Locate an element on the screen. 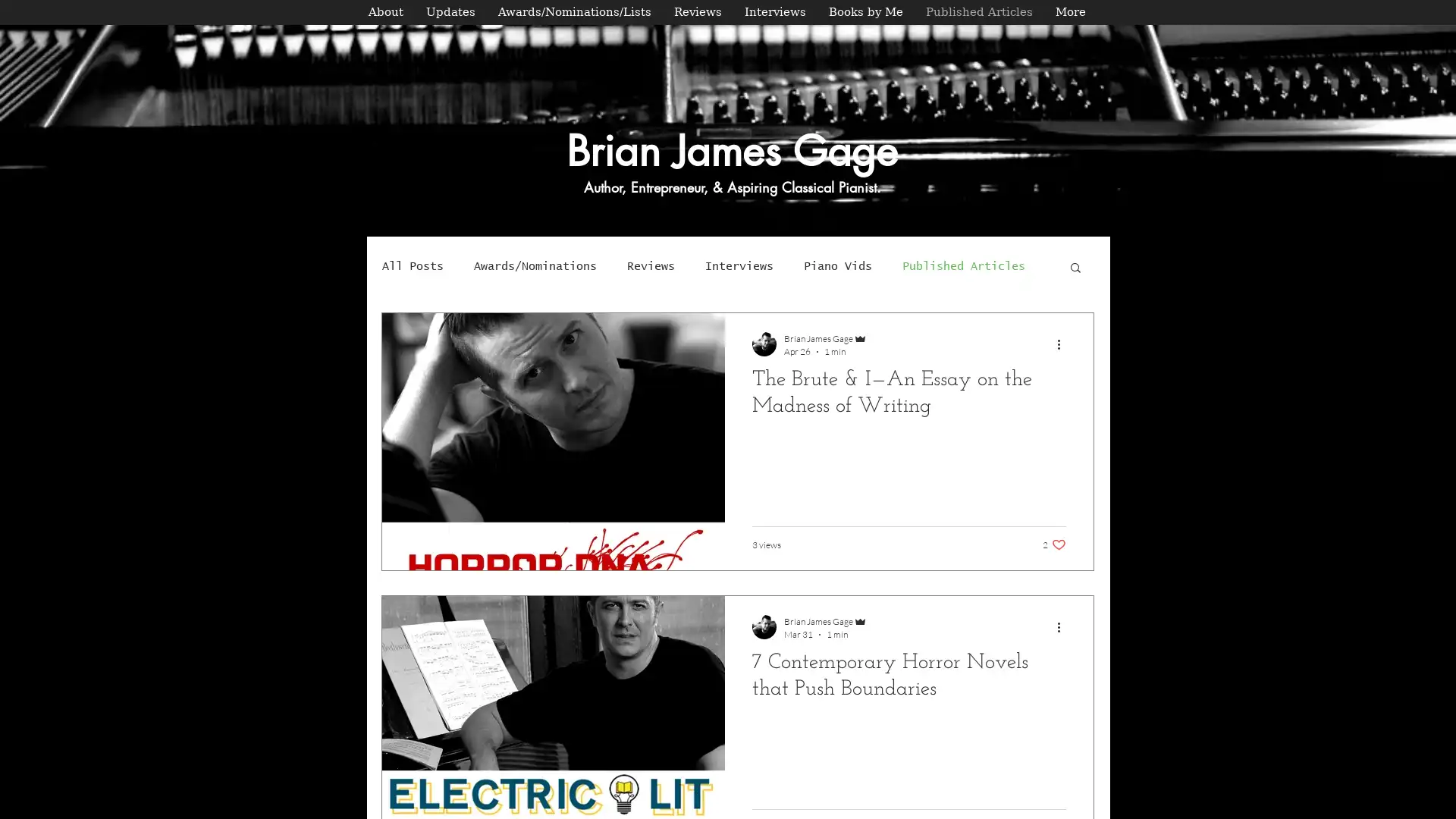 The width and height of the screenshot is (1456, 819). More actions is located at coordinates (1062, 626).